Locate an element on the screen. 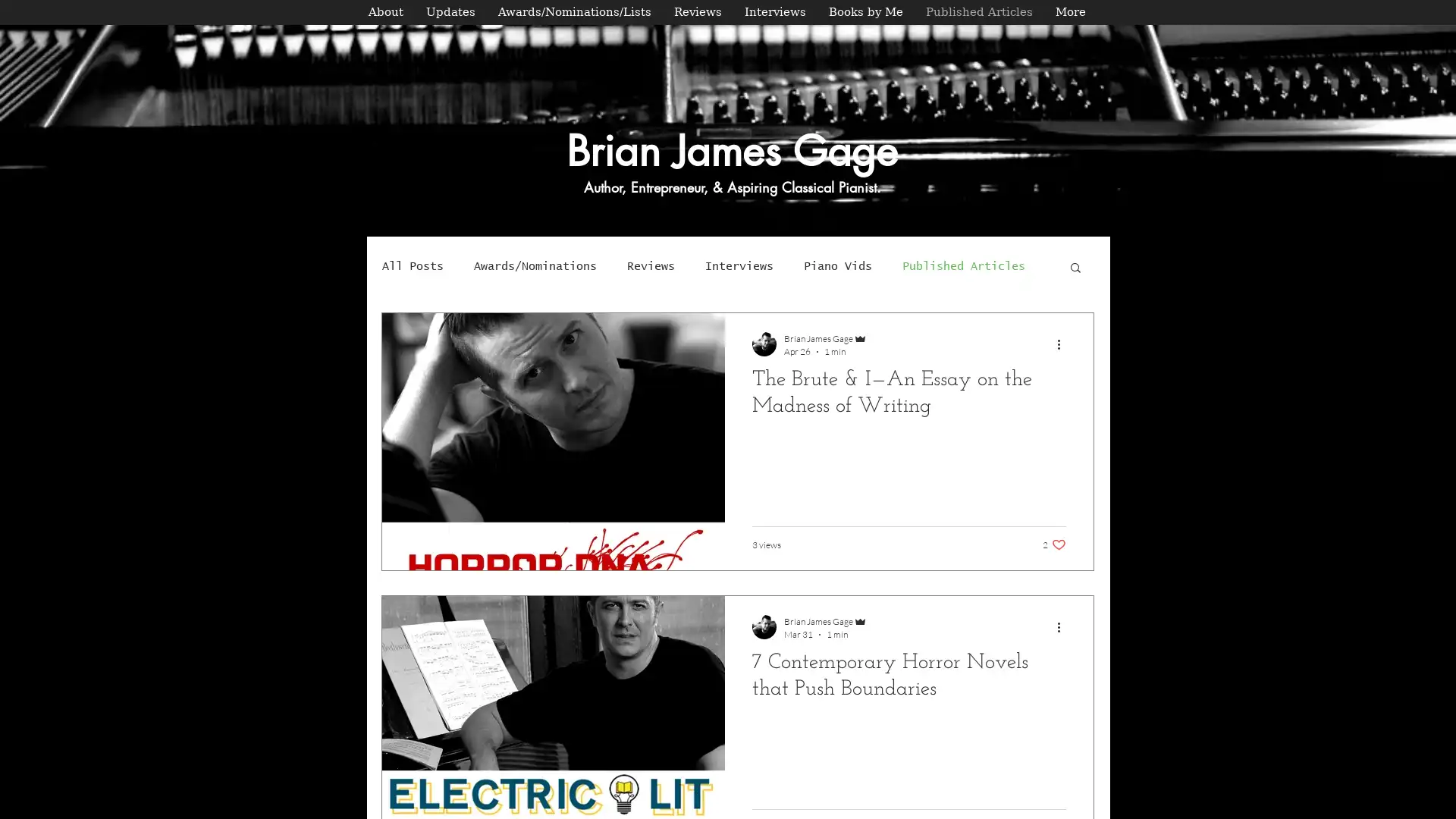 The width and height of the screenshot is (1456, 819). More actions is located at coordinates (1062, 626).